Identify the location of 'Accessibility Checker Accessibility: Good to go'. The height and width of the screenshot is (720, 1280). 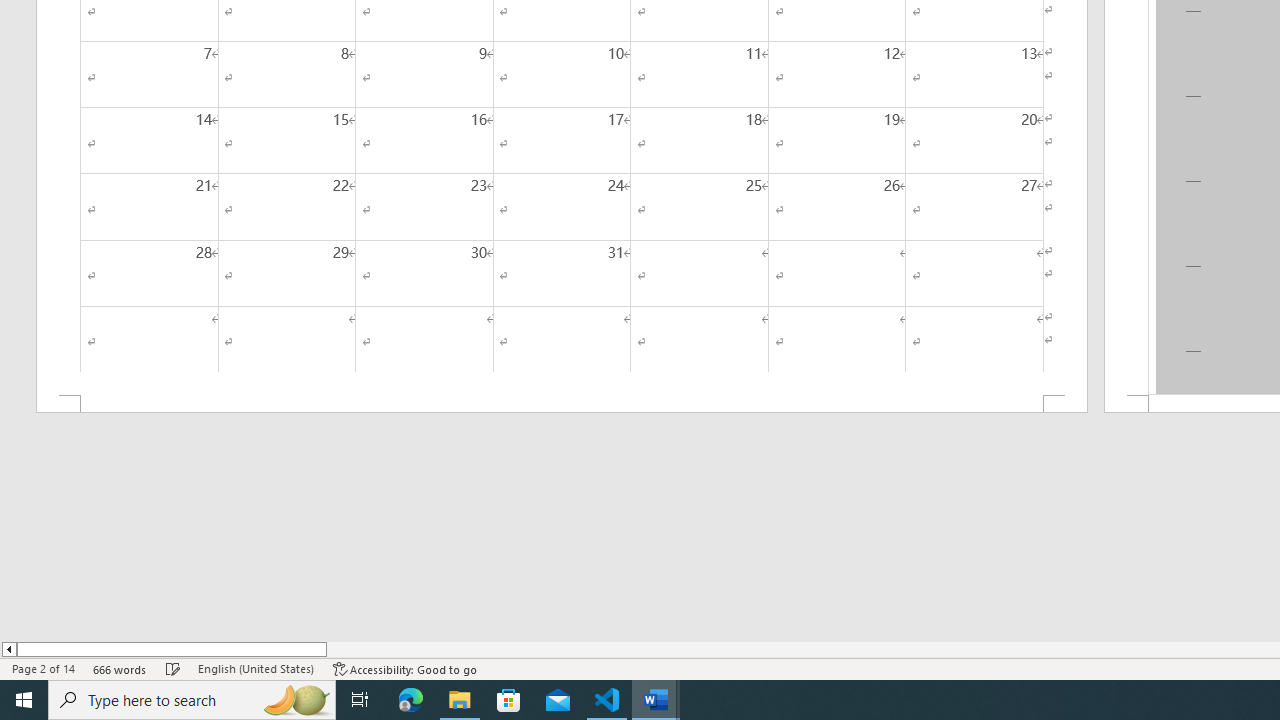
(404, 669).